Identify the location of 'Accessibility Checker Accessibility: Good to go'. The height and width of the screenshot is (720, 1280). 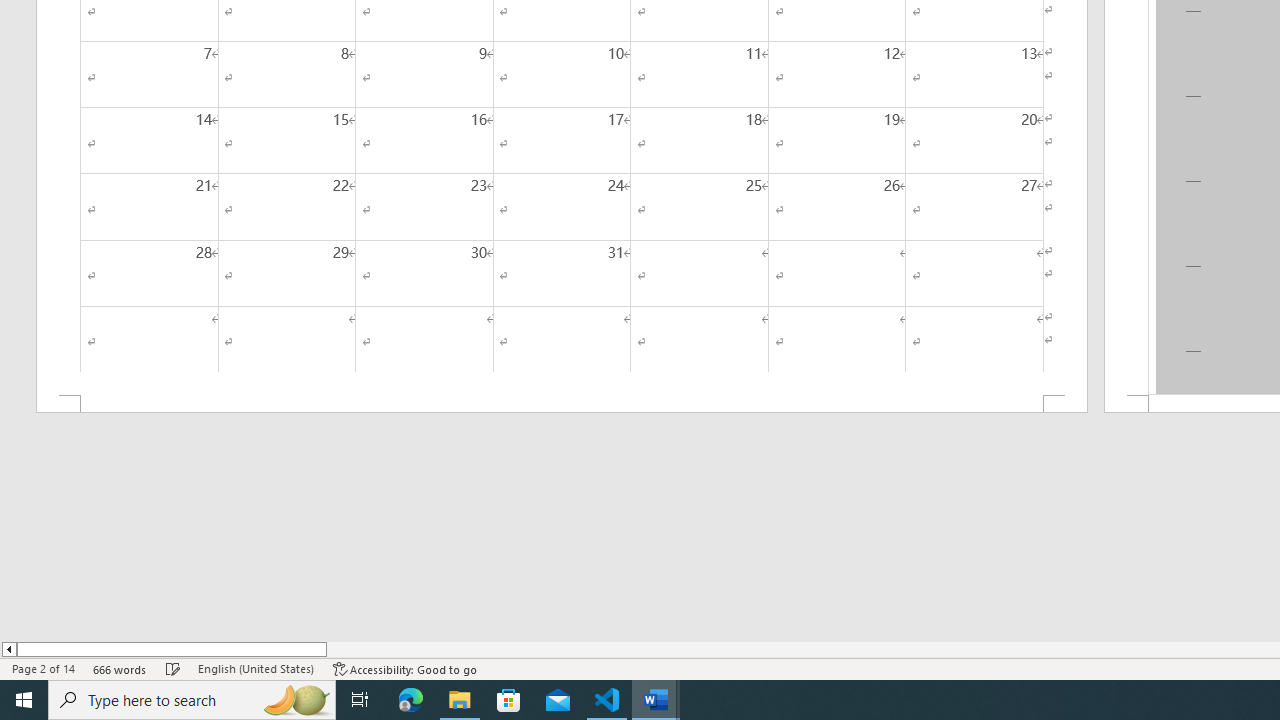
(404, 669).